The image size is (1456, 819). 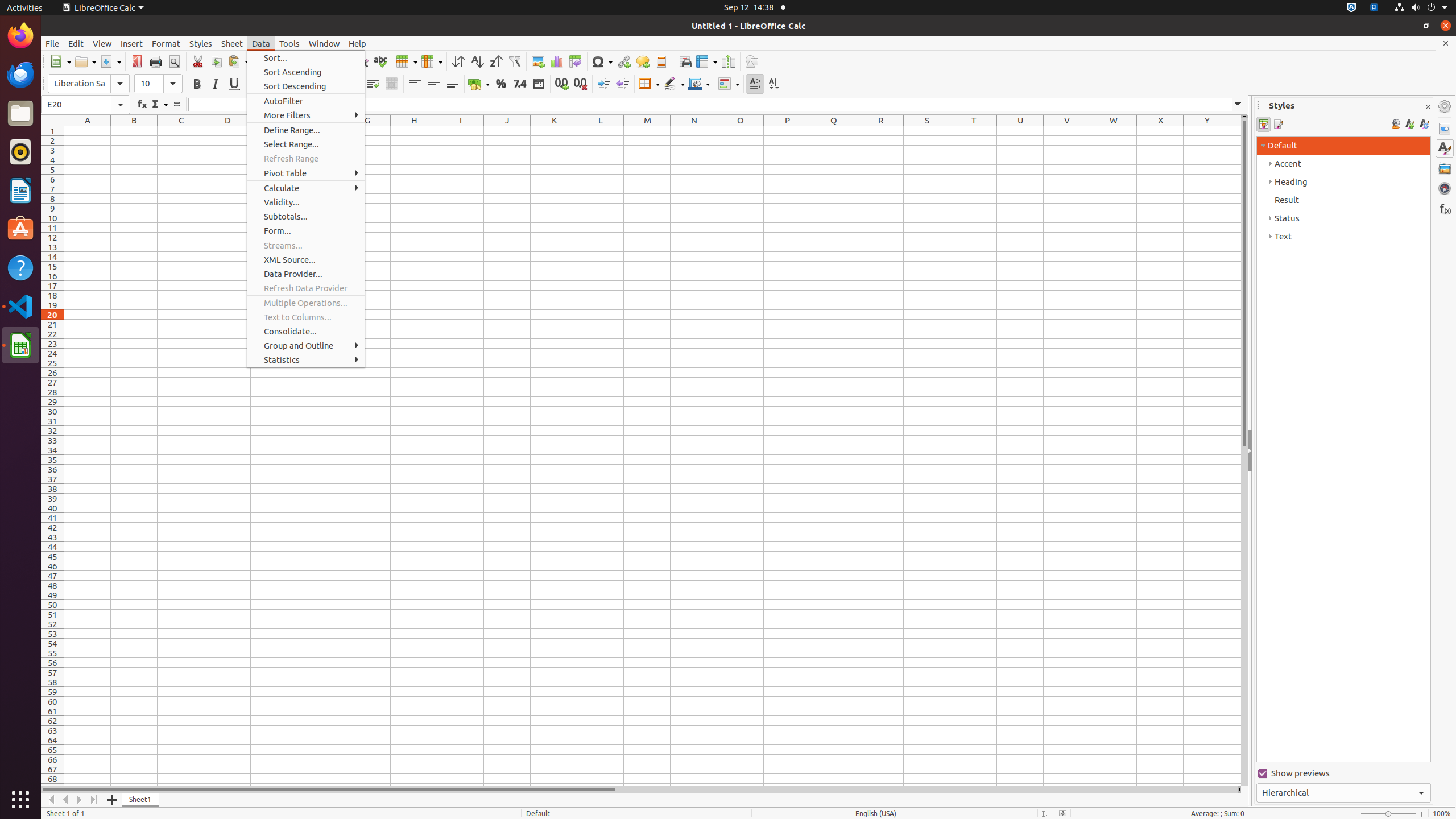 What do you see at coordinates (20, 151) in the screenshot?
I see `'Rhythmbox'` at bounding box center [20, 151].